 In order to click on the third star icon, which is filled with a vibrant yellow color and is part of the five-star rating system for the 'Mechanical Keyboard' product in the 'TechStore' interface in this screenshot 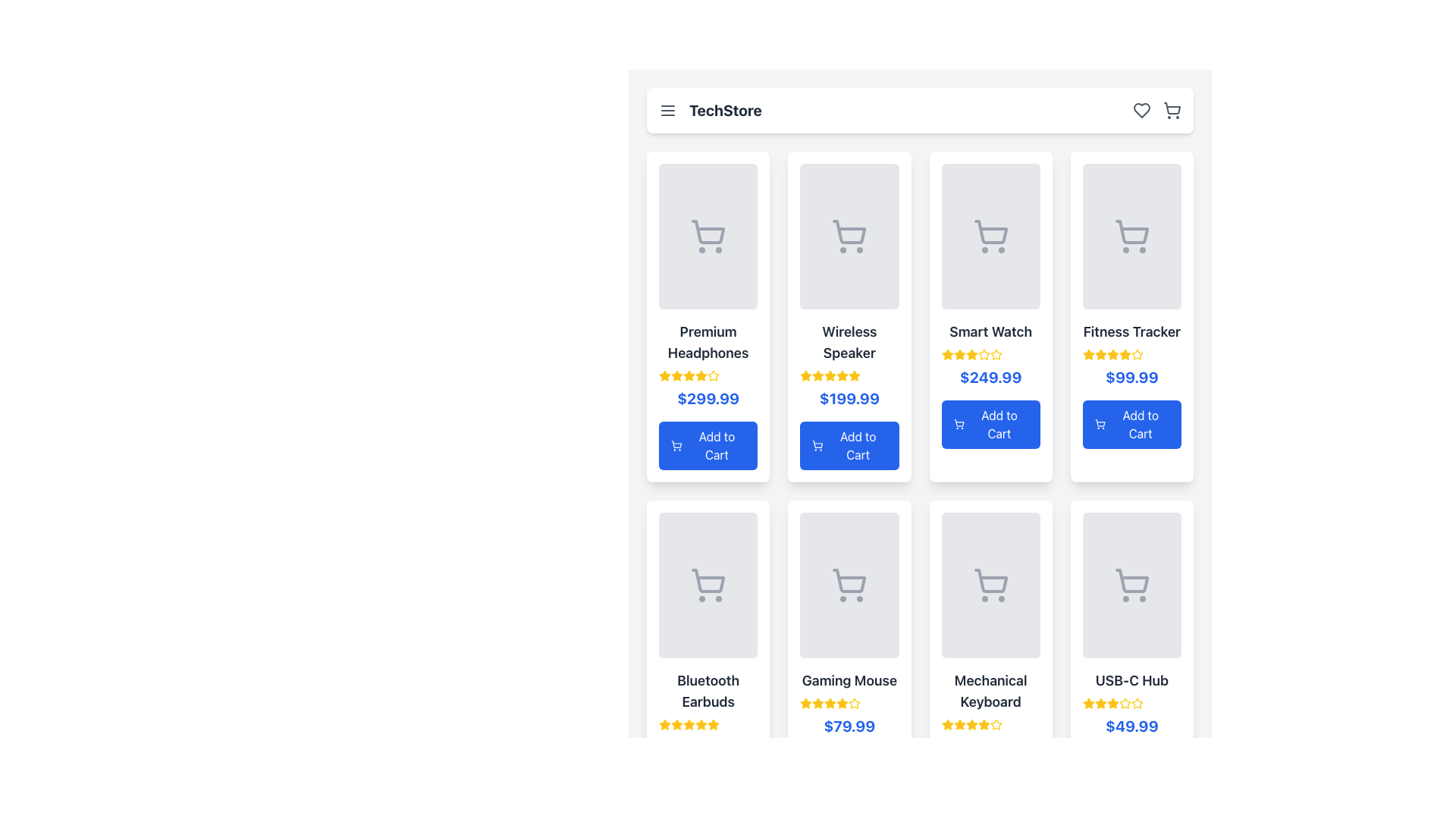, I will do `click(959, 724)`.